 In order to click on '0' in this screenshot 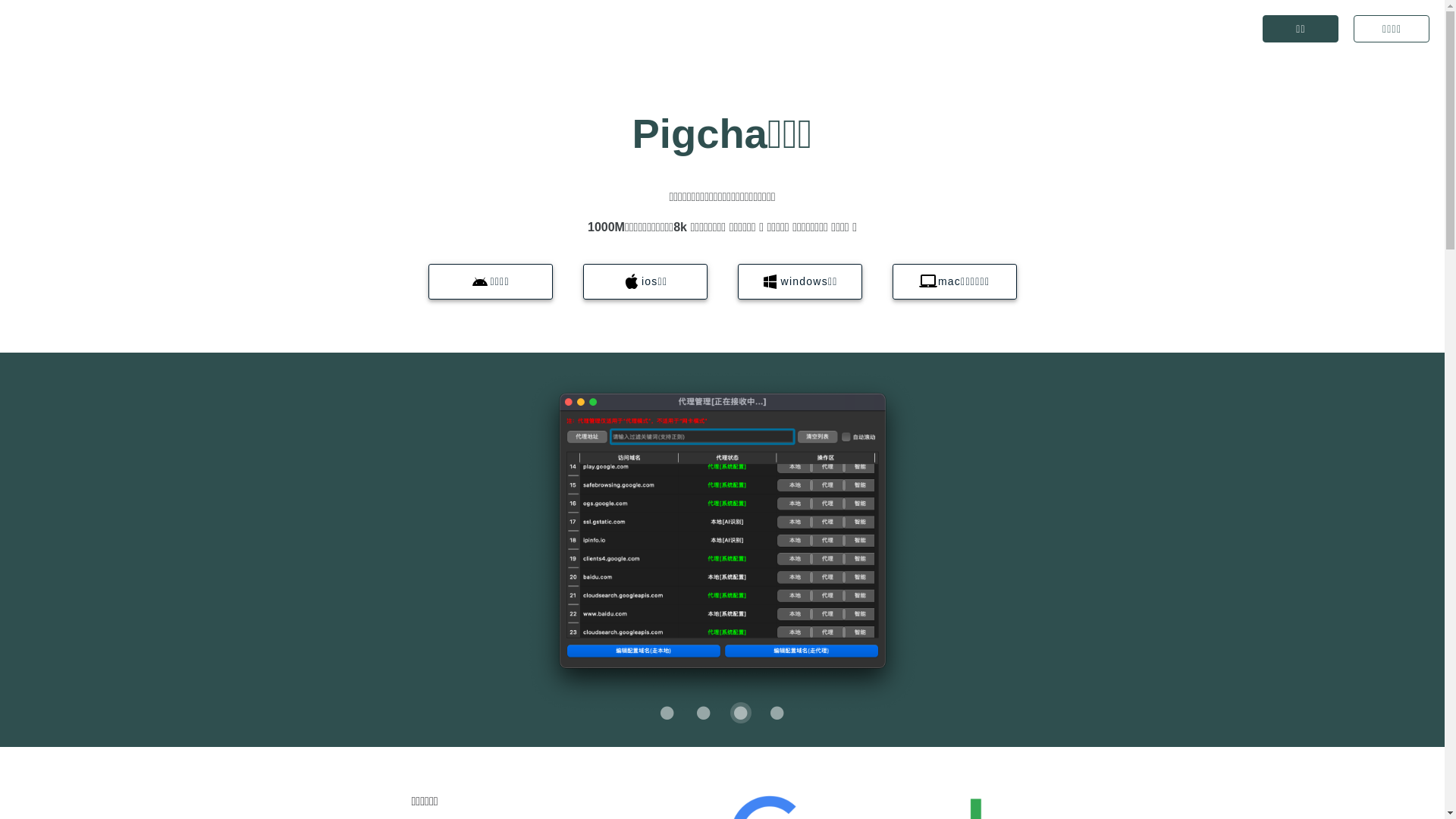, I will do `click(667, 713)`.